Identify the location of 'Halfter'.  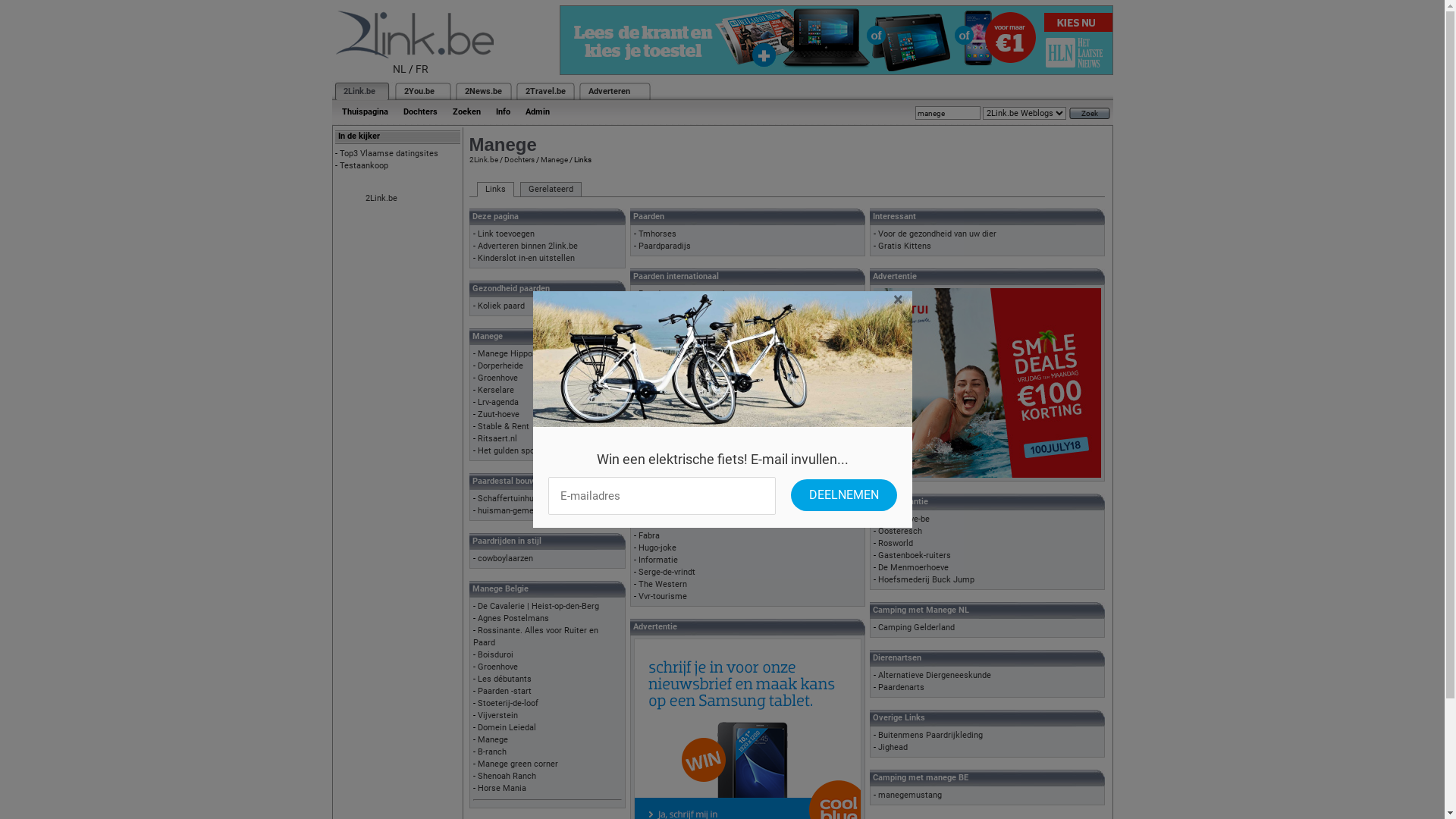
(651, 427).